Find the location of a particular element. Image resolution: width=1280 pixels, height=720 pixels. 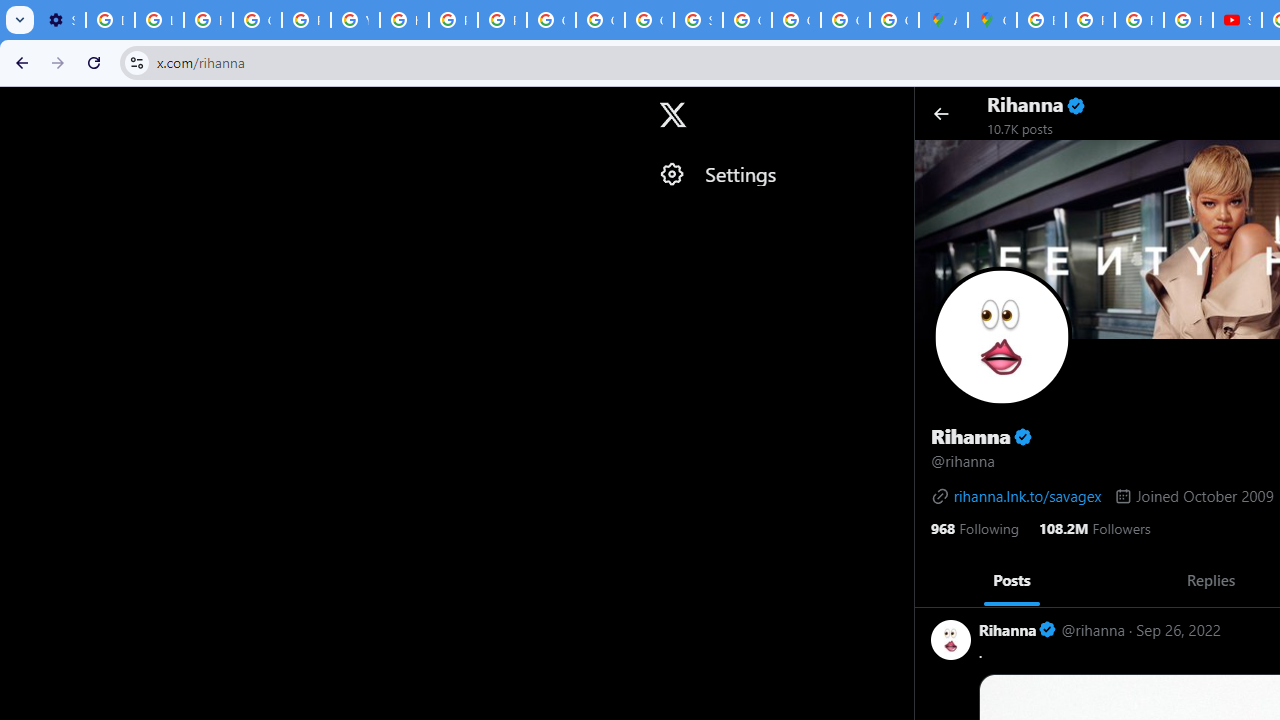

'X' is located at coordinates (672, 115).